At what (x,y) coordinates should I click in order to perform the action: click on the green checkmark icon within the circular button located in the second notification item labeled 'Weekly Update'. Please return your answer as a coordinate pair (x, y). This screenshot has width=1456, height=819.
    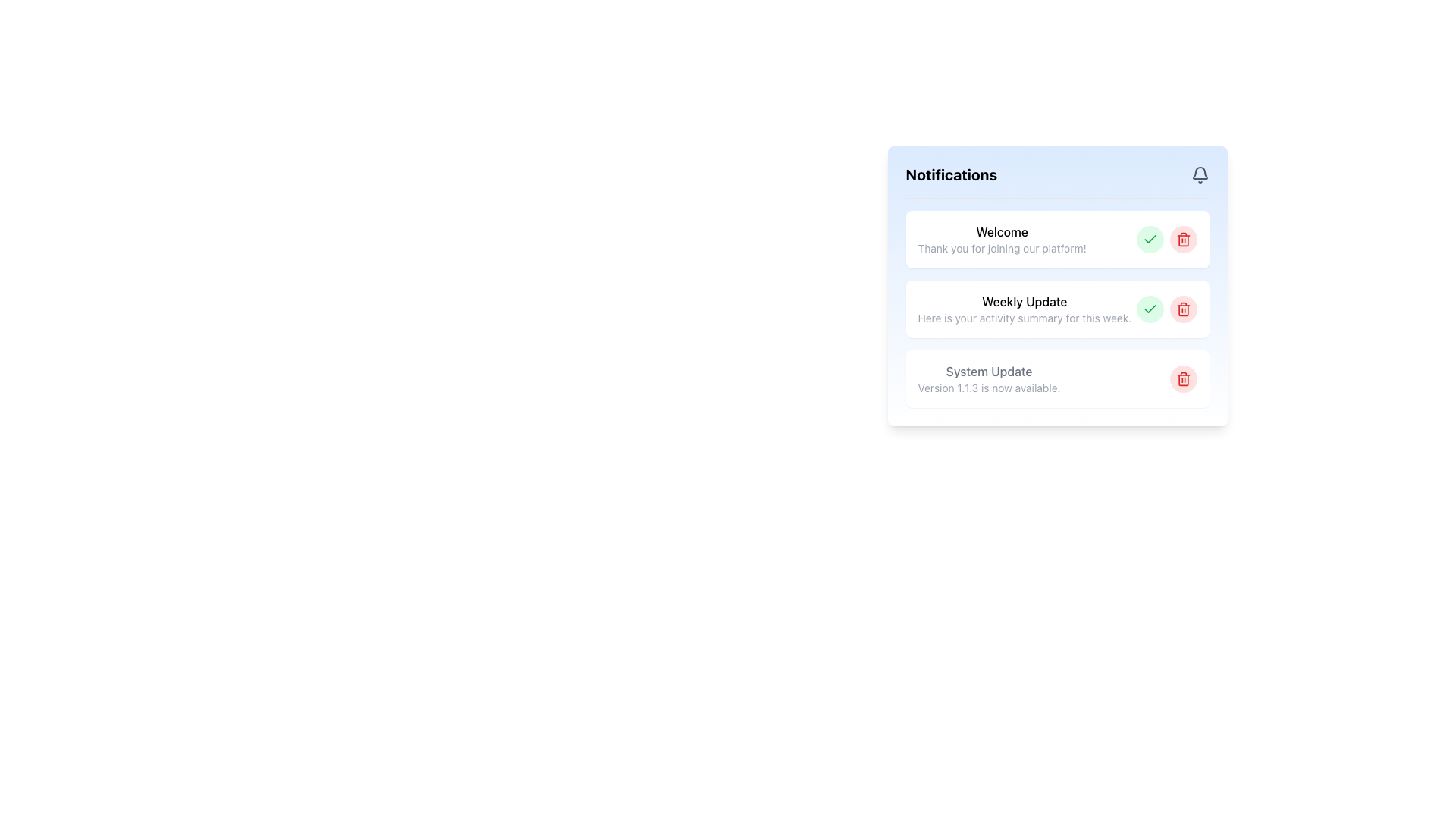
    Looking at the image, I should click on (1150, 309).